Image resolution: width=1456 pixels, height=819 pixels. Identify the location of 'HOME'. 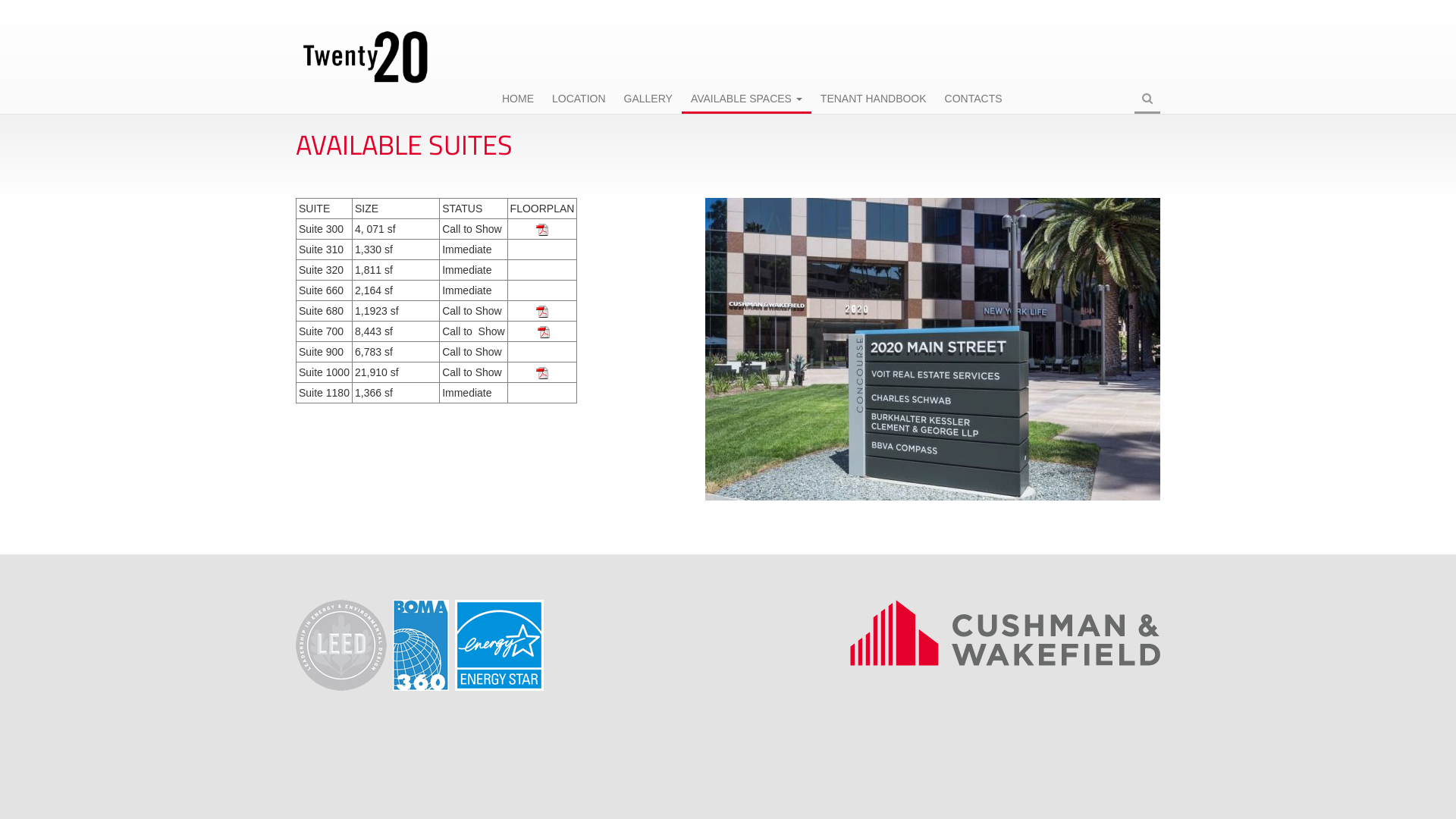
(517, 99).